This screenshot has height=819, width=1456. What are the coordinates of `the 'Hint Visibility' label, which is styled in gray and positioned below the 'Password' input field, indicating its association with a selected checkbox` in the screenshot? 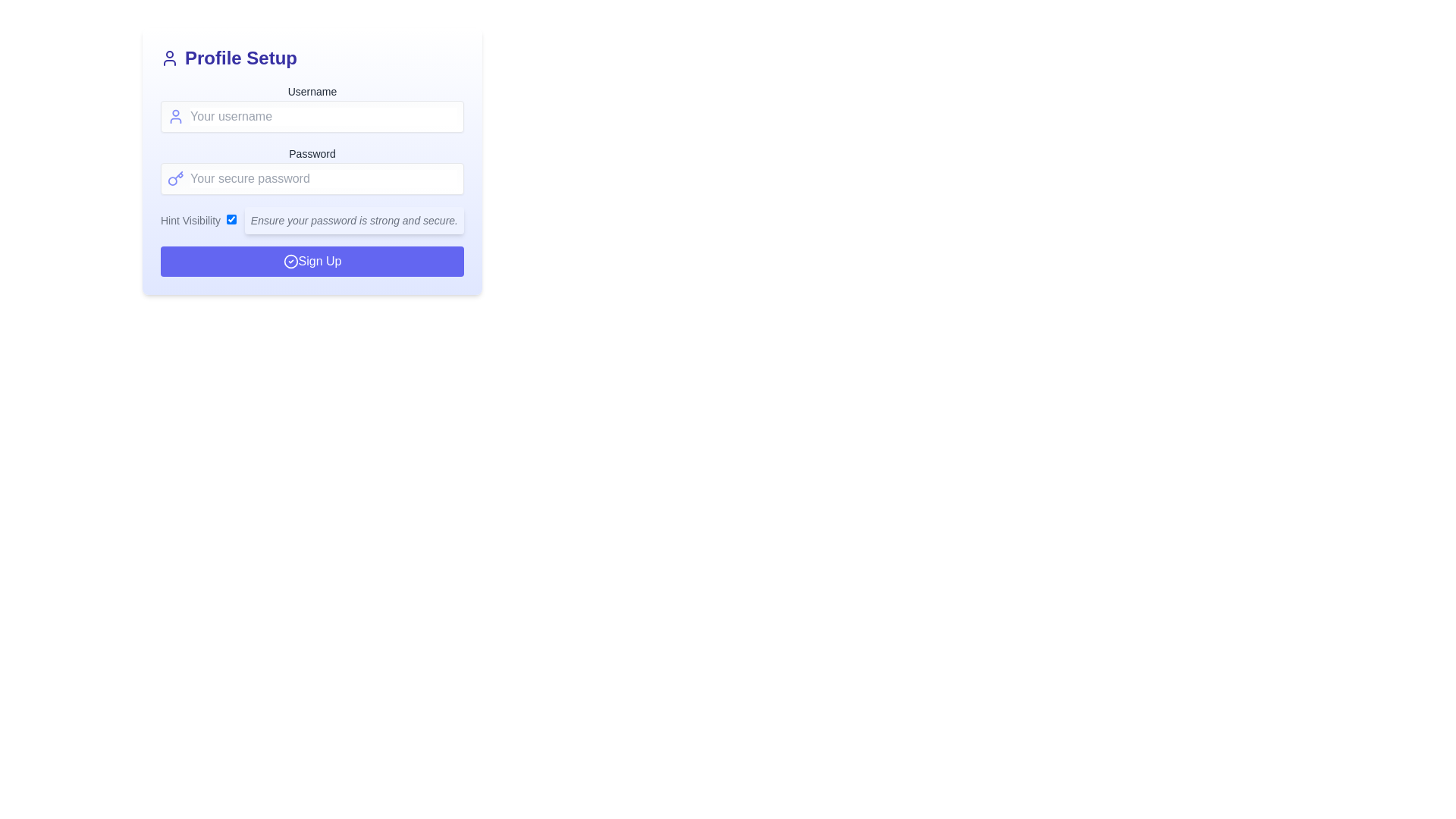 It's located at (198, 220).